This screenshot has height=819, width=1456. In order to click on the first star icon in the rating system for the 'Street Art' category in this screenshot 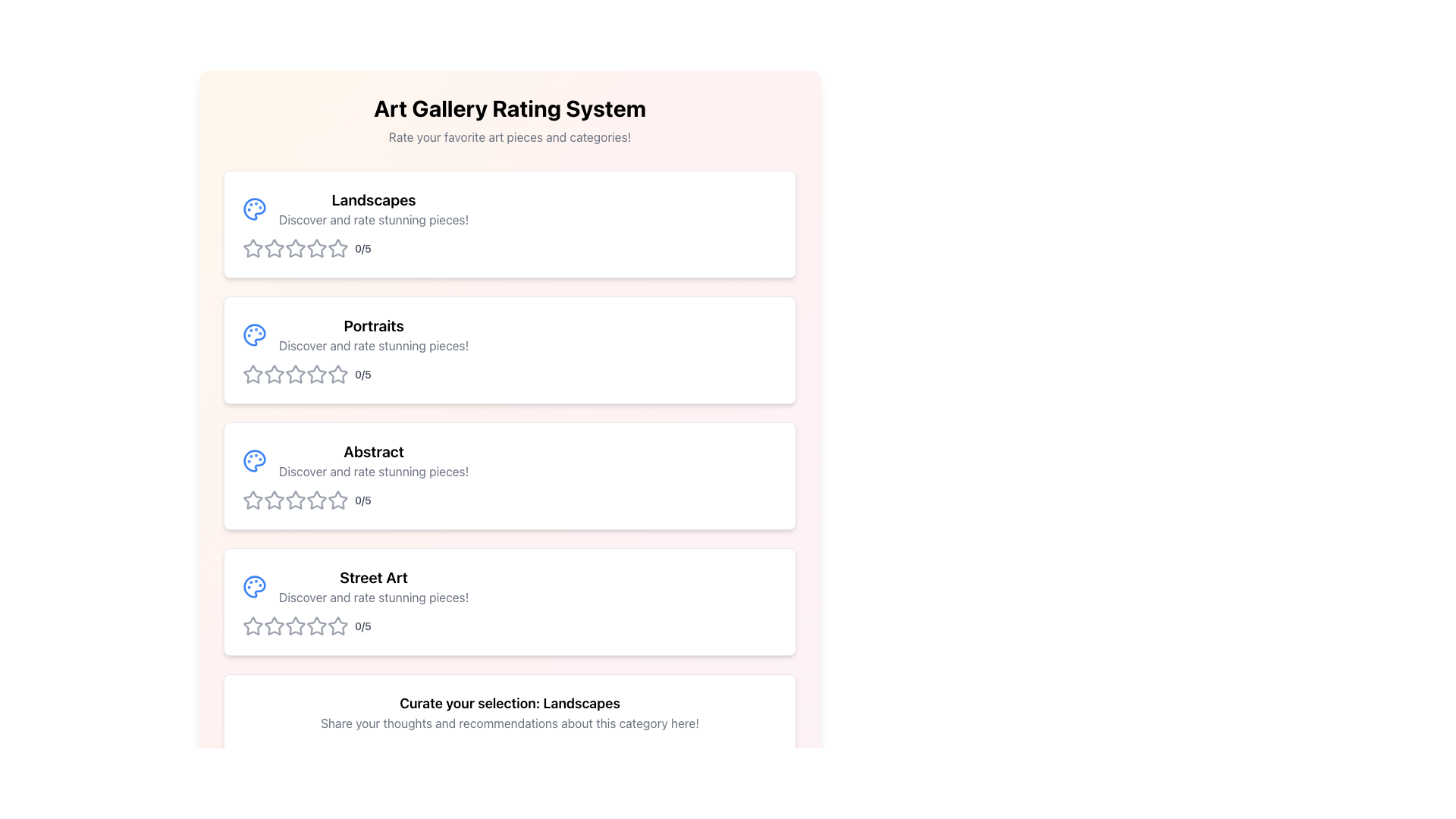, I will do `click(253, 626)`.